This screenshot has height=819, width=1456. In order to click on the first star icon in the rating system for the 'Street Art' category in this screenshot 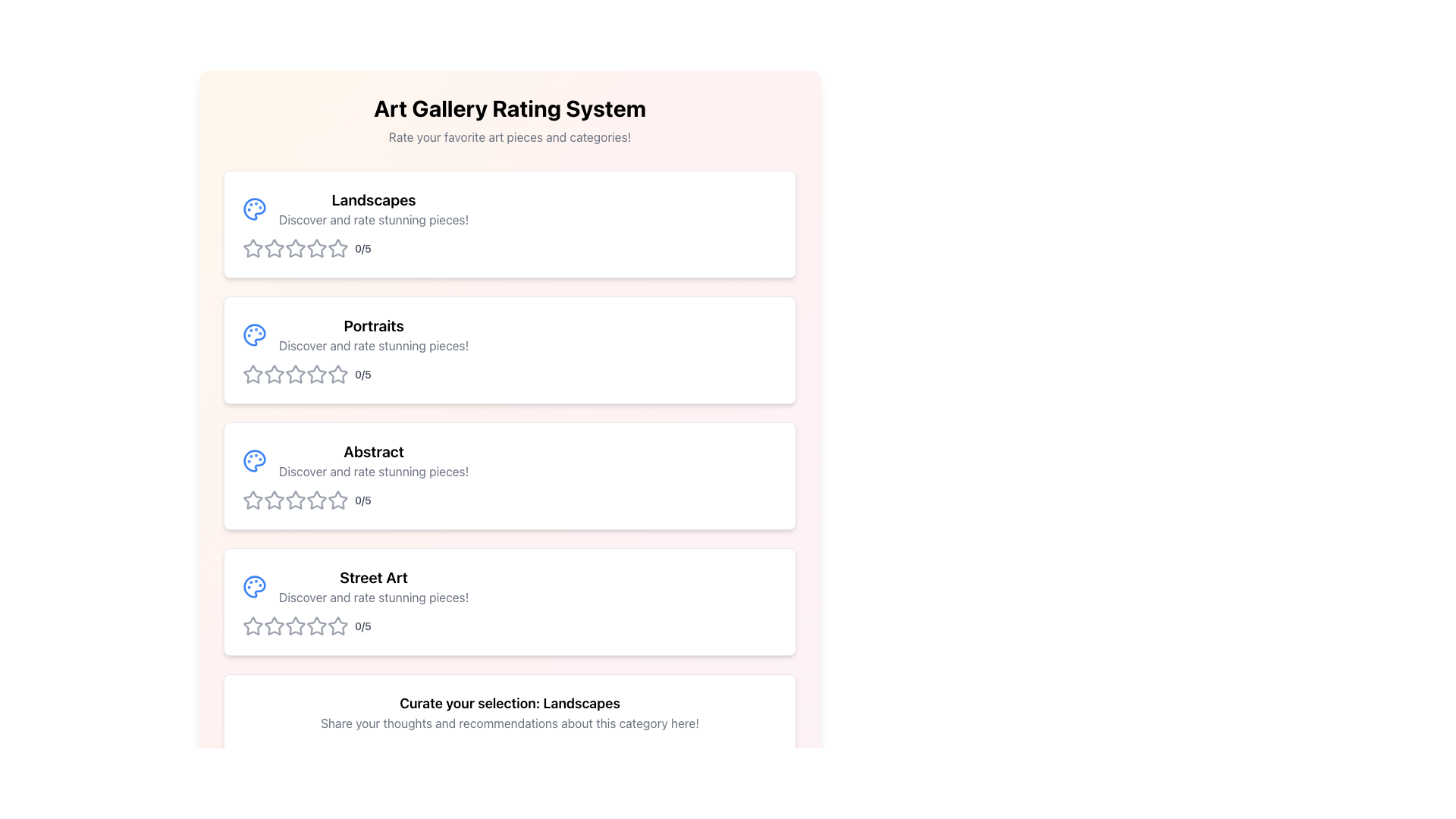, I will do `click(253, 626)`.